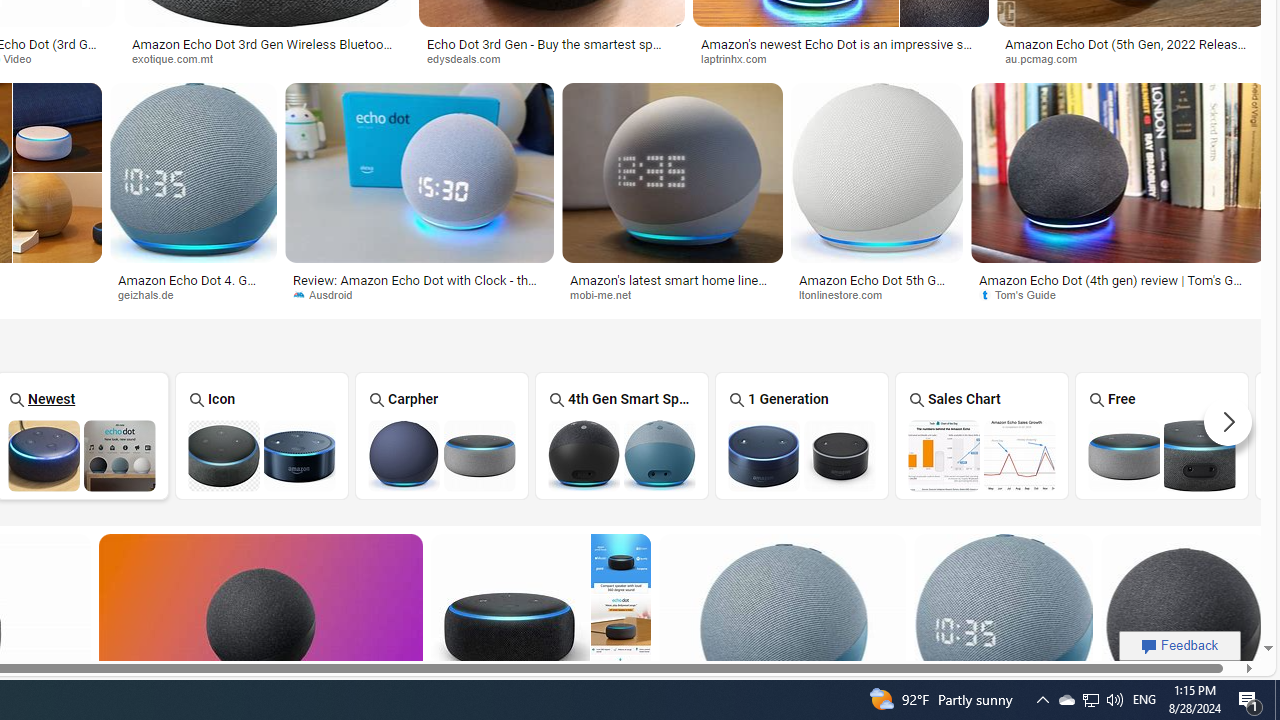 This screenshot has height=720, width=1280. Describe the element at coordinates (440, 455) in the screenshot. I see `'Amazon Echo Dot Carpher'` at that location.